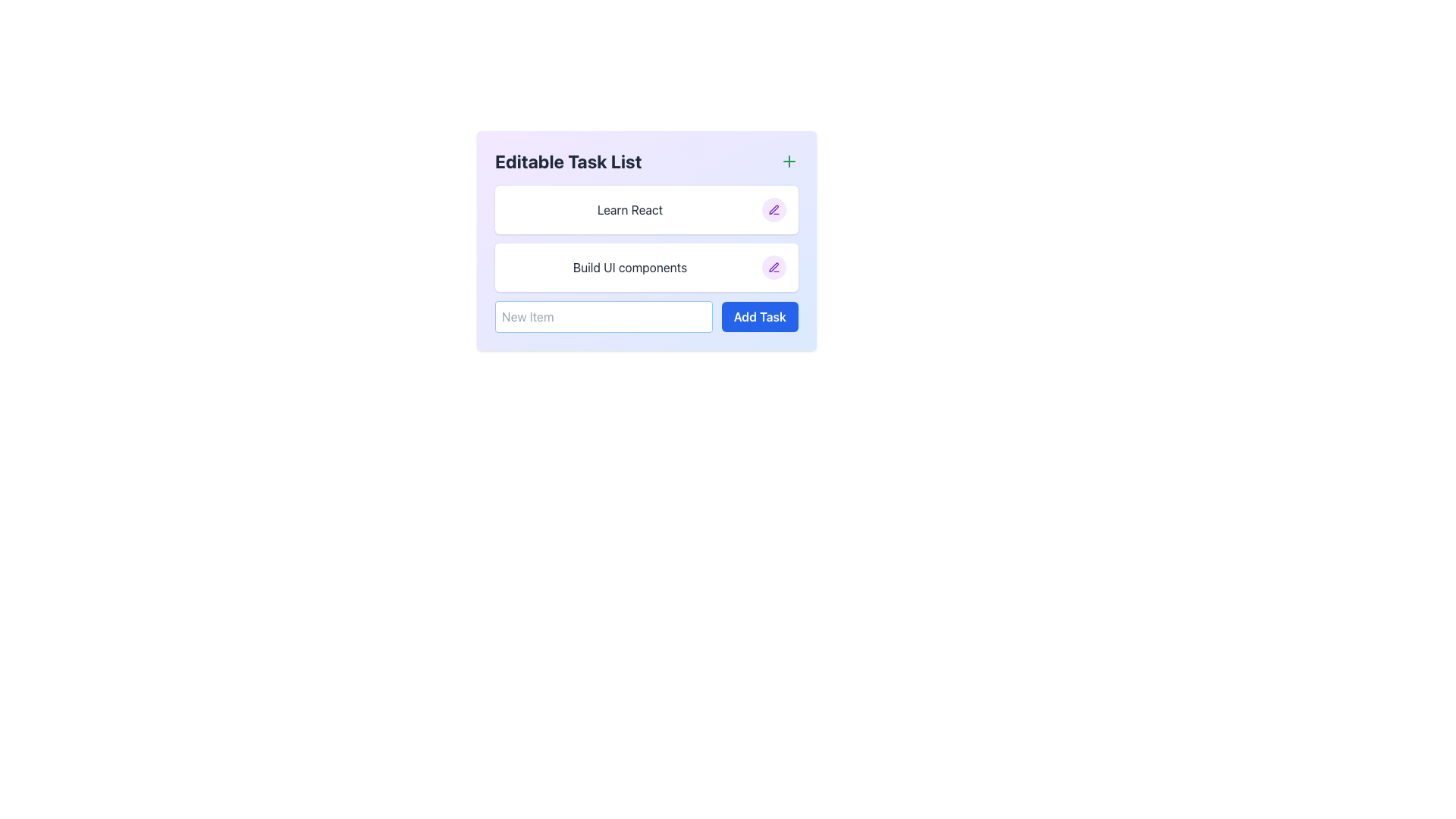  I want to click on the rounded button with a light purple background and a pen icon outlined in purple located at the far right of the 'Learn React' task item, so click(774, 210).